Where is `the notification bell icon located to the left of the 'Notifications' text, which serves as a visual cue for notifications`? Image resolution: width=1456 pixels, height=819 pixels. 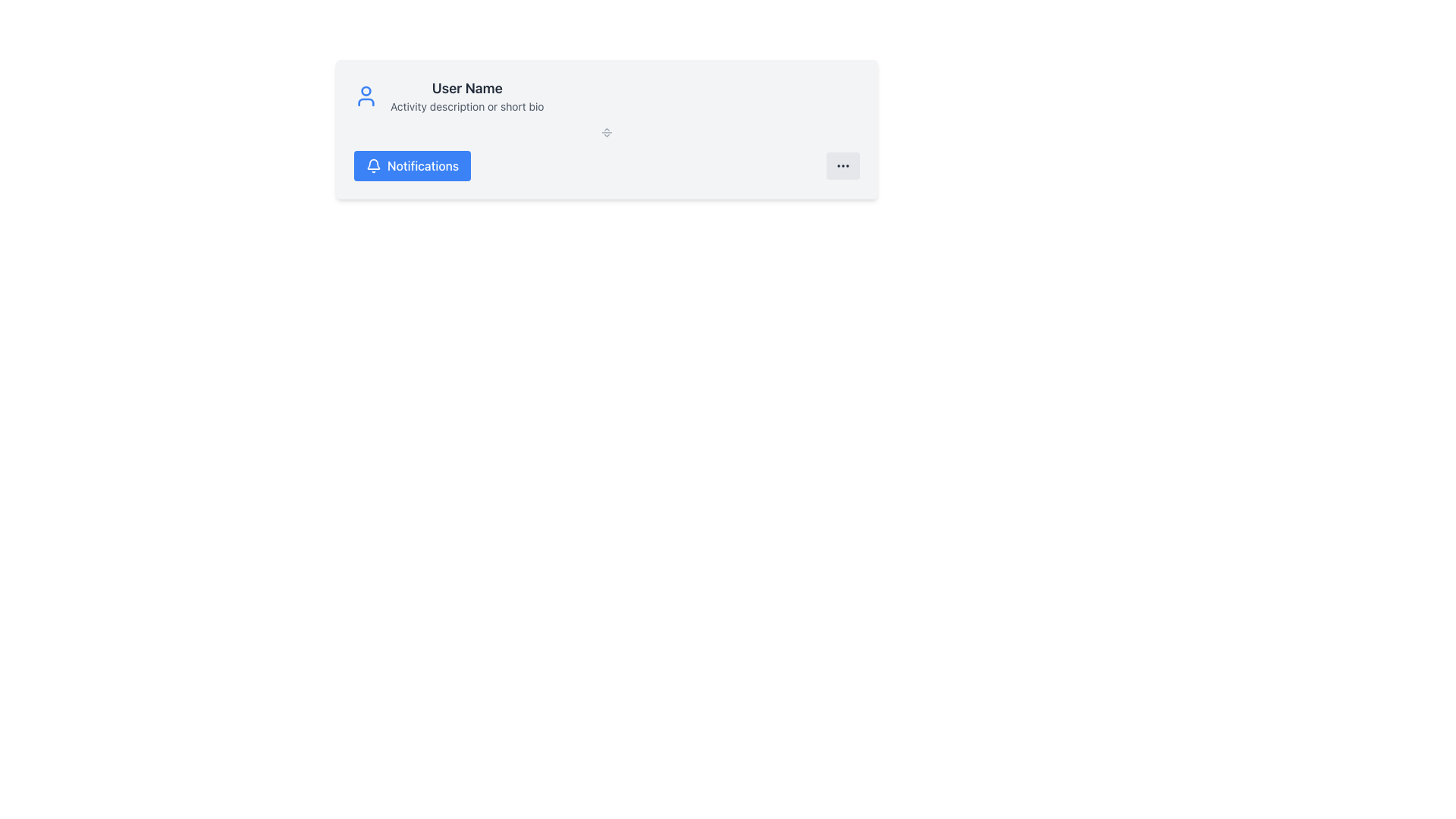
the notification bell icon located to the left of the 'Notifications' text, which serves as a visual cue for notifications is located at coordinates (374, 164).